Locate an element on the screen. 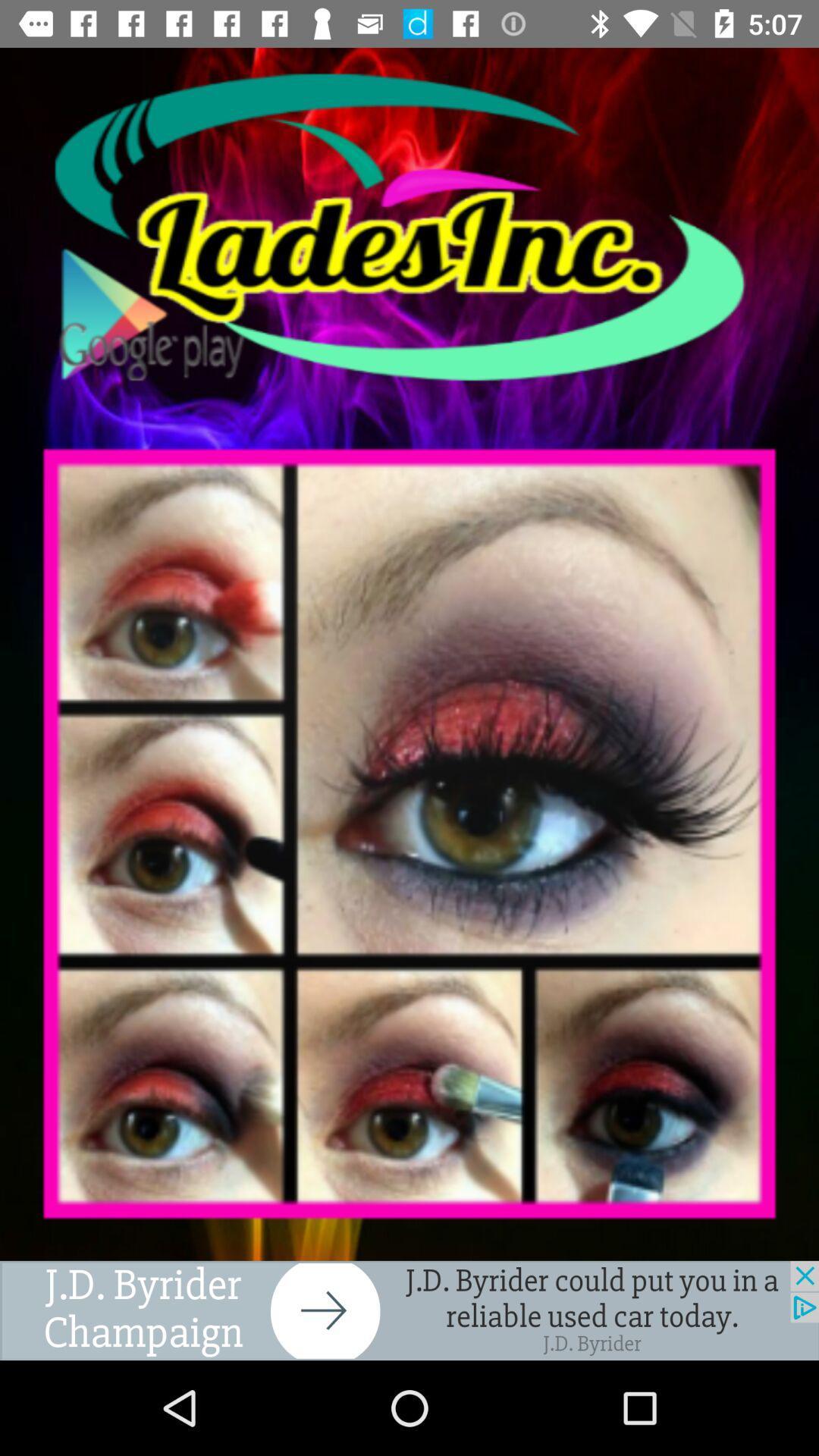 This screenshot has height=1456, width=819. home is located at coordinates (409, 226).